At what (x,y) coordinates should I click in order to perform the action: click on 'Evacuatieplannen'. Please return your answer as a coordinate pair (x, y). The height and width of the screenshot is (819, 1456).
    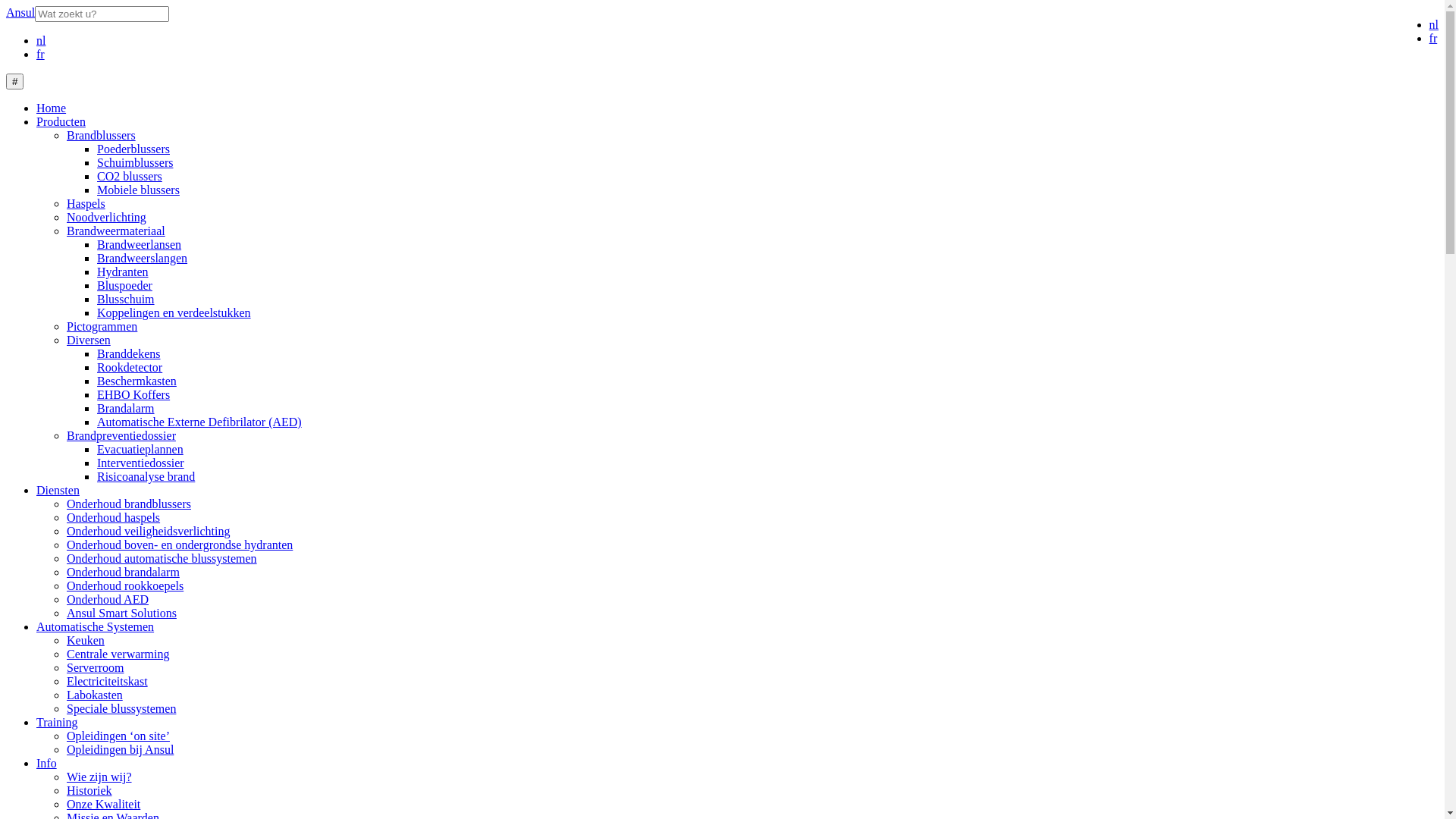
    Looking at the image, I should click on (140, 448).